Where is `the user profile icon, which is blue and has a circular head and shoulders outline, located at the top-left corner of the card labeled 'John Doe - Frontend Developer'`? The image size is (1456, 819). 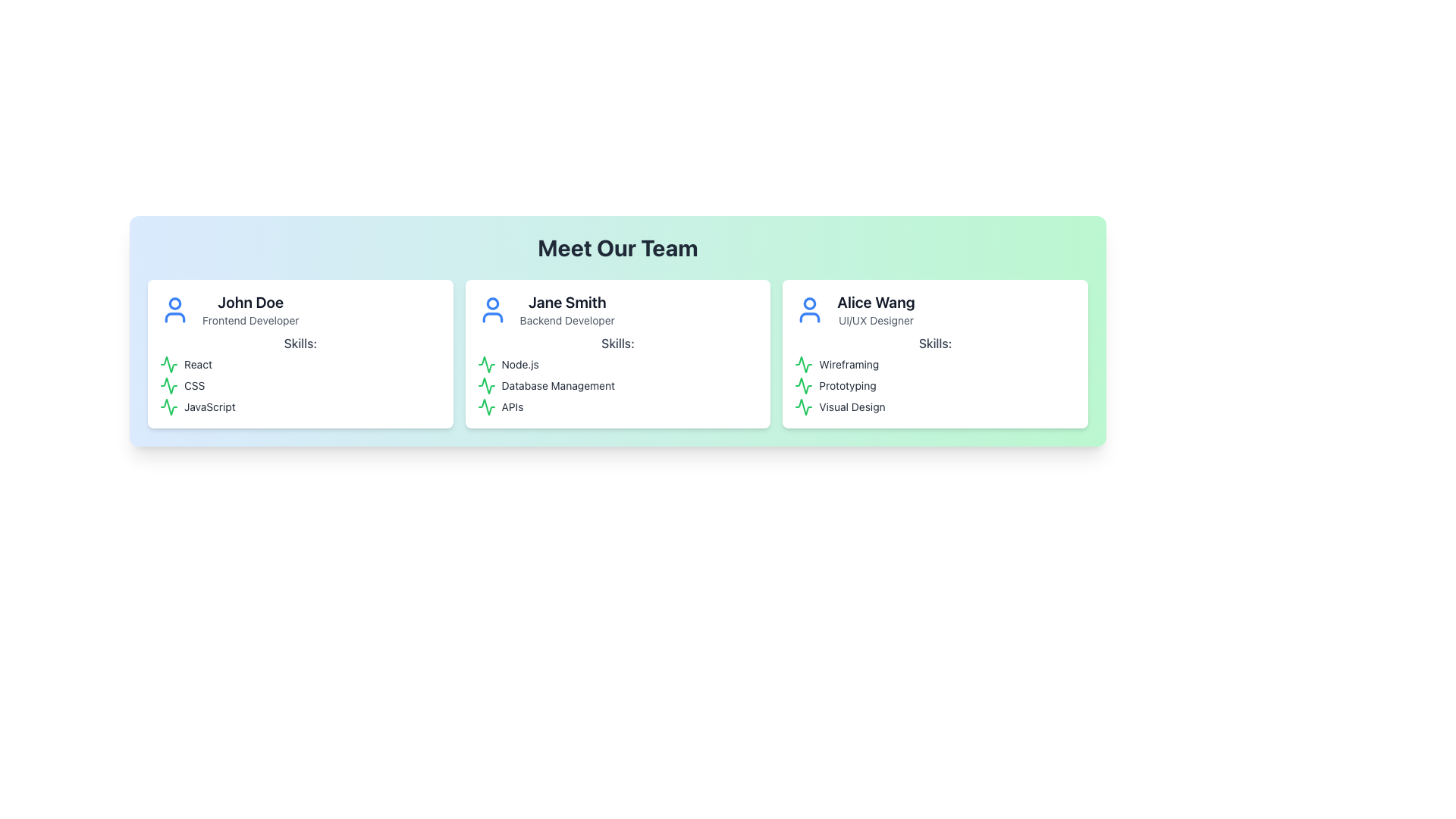 the user profile icon, which is blue and has a circular head and shoulders outline, located at the top-left corner of the card labeled 'John Doe - Frontend Developer' is located at coordinates (174, 309).